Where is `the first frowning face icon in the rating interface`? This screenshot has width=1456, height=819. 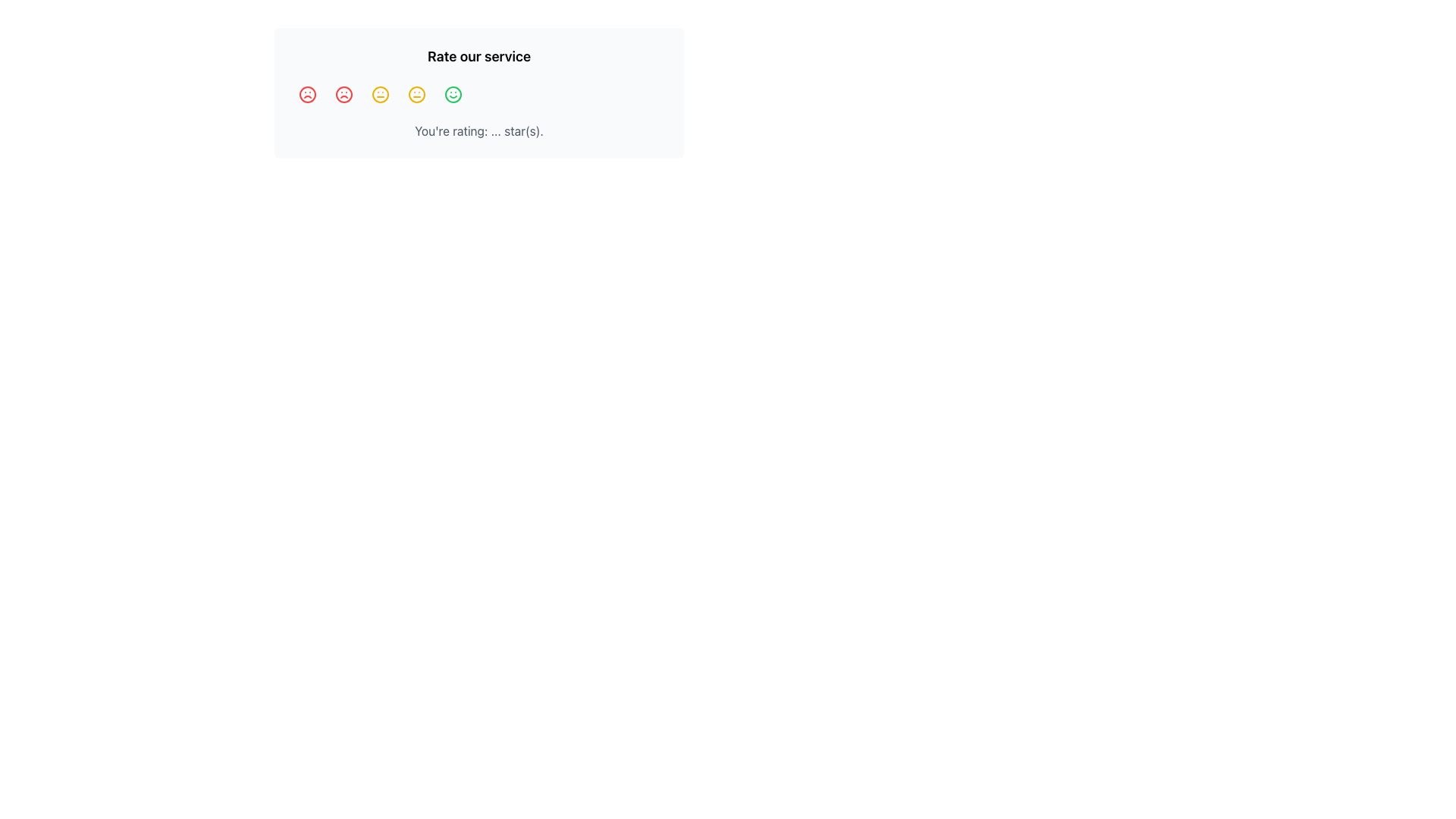
the first frowning face icon in the rating interface is located at coordinates (307, 94).